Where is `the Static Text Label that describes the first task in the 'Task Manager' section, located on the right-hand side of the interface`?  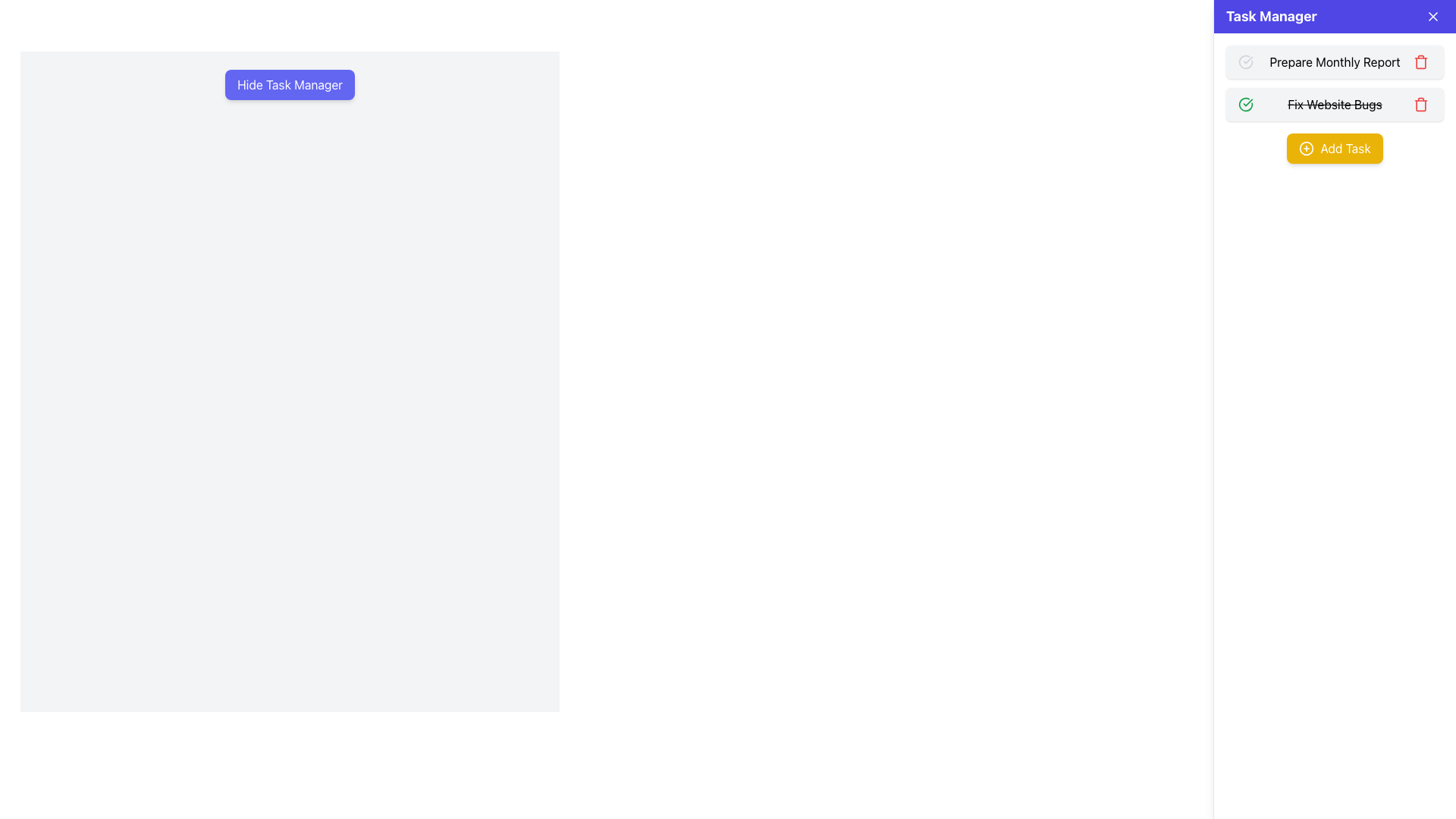
the Static Text Label that describes the first task in the 'Task Manager' section, located on the right-hand side of the interface is located at coordinates (1335, 61).